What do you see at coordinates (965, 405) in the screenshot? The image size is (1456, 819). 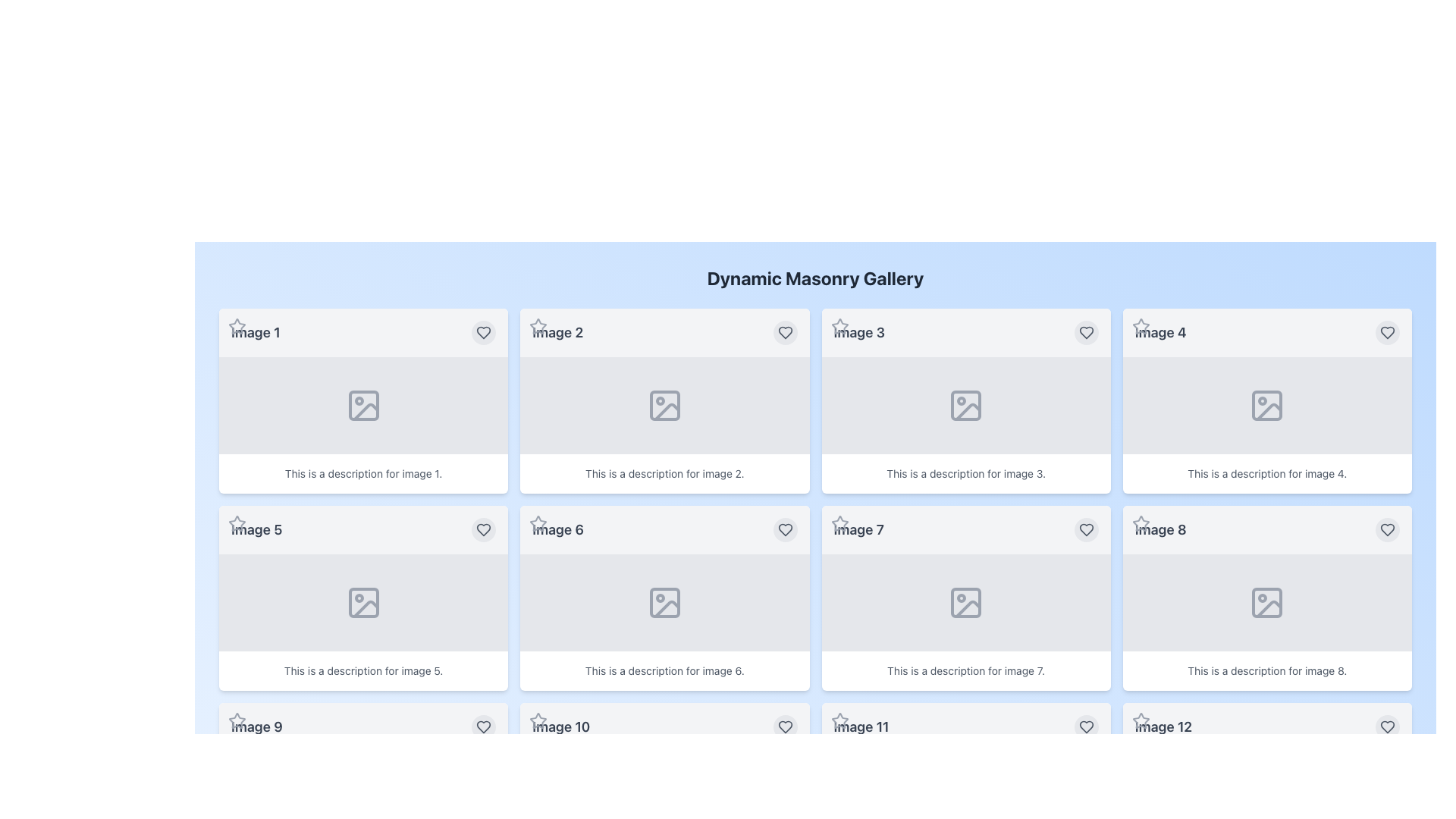 I see `the small light gray rectangle with rounded corners located inside the third card of the first row in the masonry-style gallery, which serves as an image placeholder` at bounding box center [965, 405].